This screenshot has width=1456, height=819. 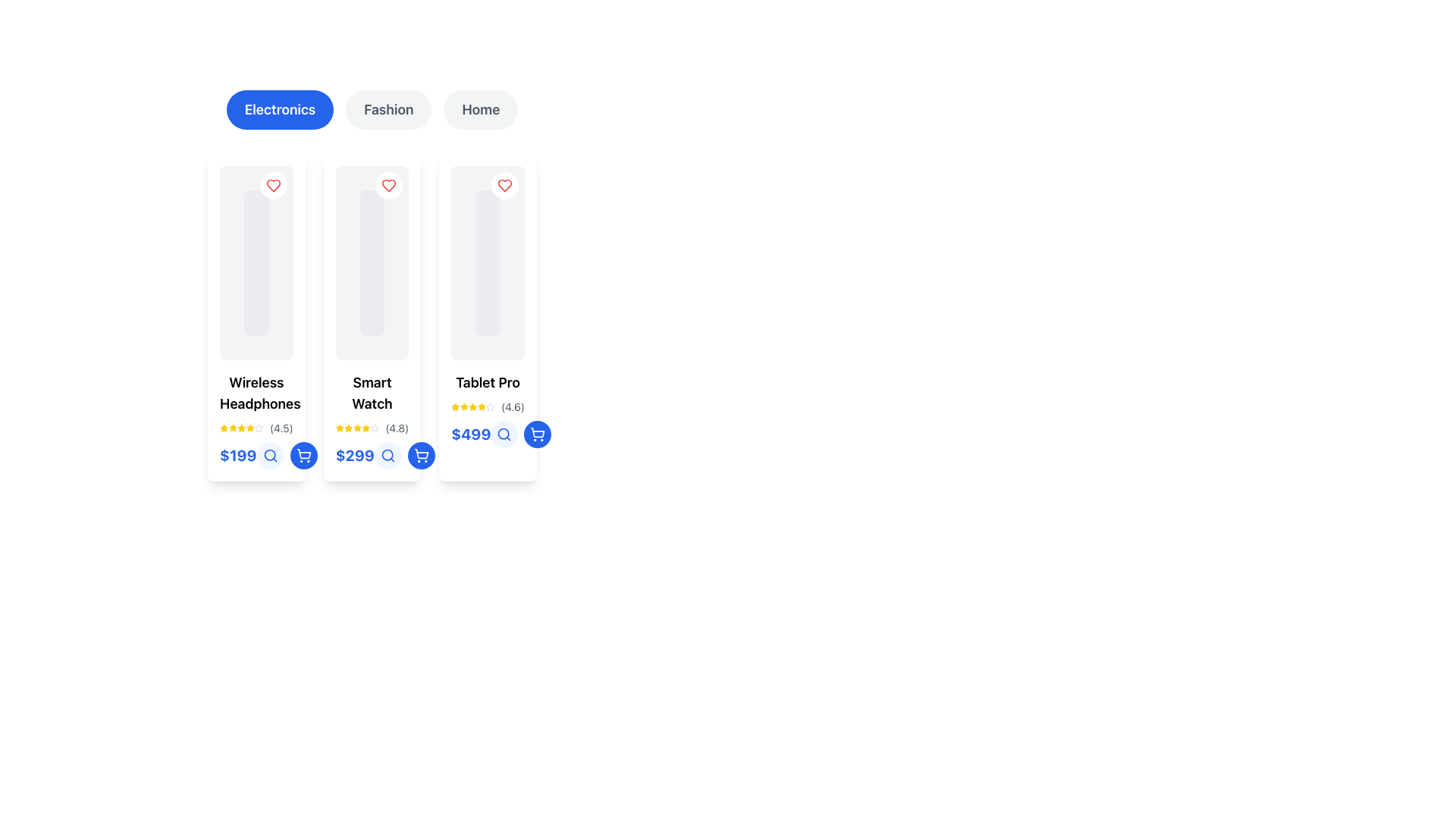 I want to click on the visual appearance of the Rating Star Icon in the 'Tablet Pro' product card, which indicates the rating level in the star ratings system, so click(x=347, y=428).